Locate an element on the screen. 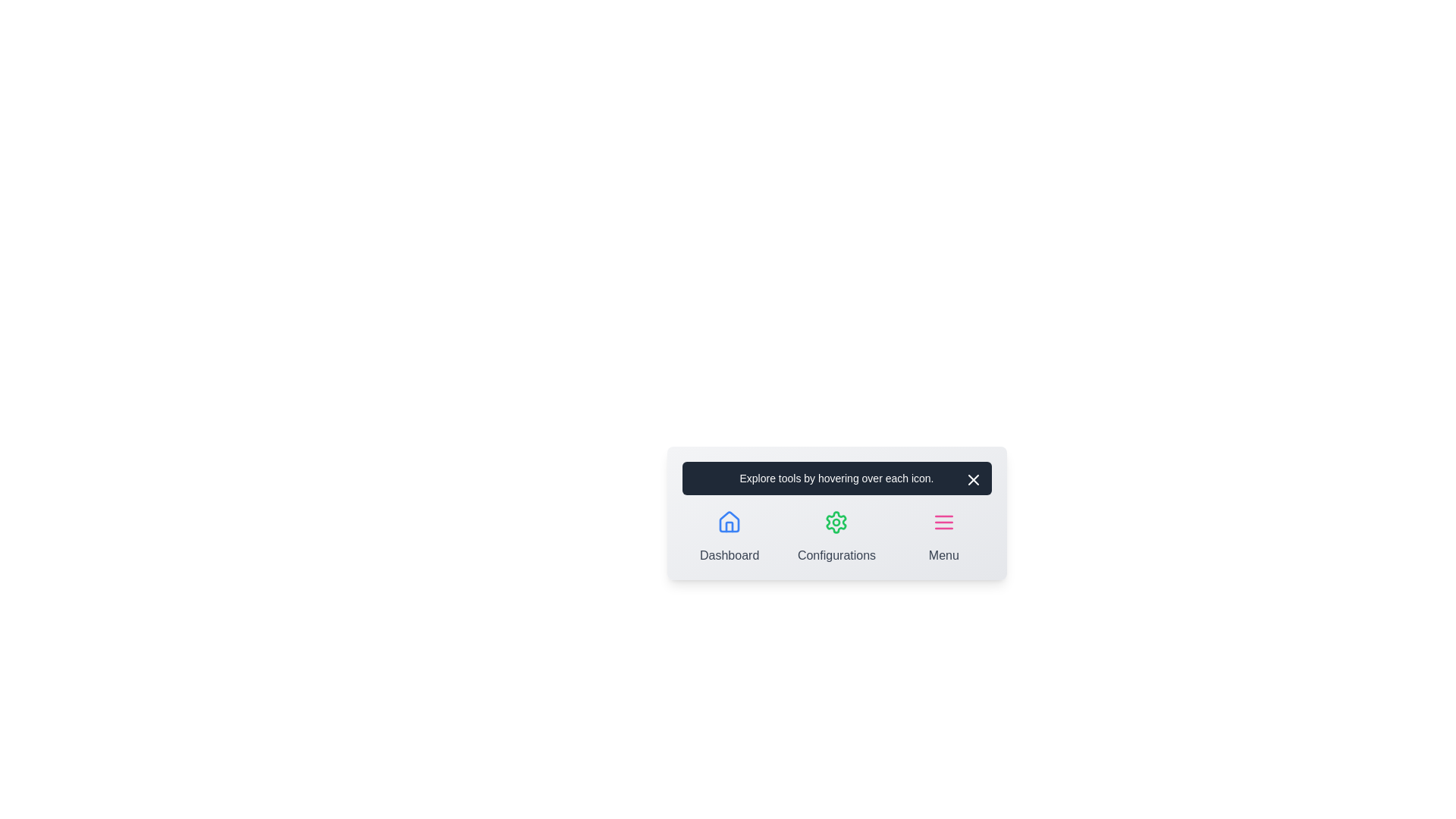 Image resolution: width=1456 pixels, height=819 pixels. displayed text in the informational tooltip located at the top center of the card-like structure above the modules labeled Dashboard, Configurations, and Menu is located at coordinates (836, 479).